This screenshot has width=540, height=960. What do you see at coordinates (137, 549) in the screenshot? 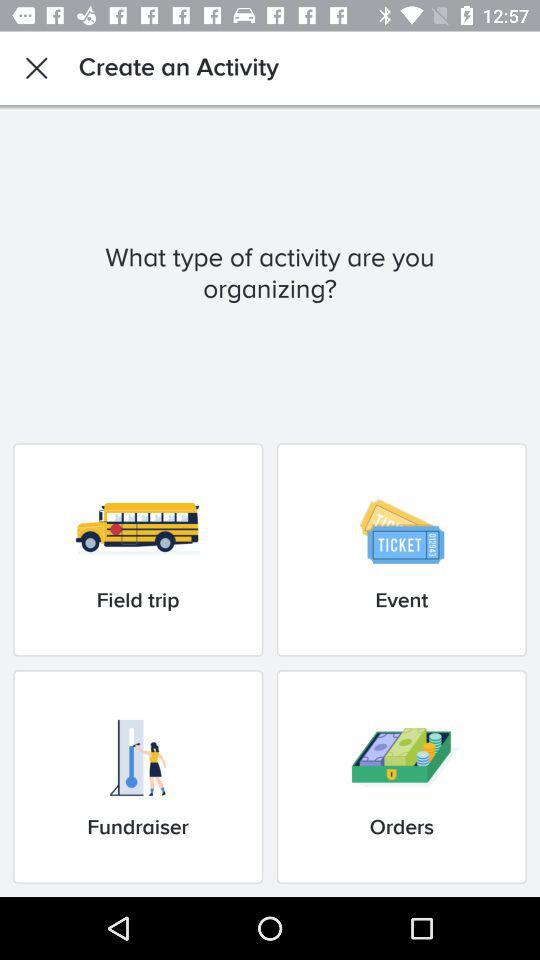
I see `the field trip` at bounding box center [137, 549].